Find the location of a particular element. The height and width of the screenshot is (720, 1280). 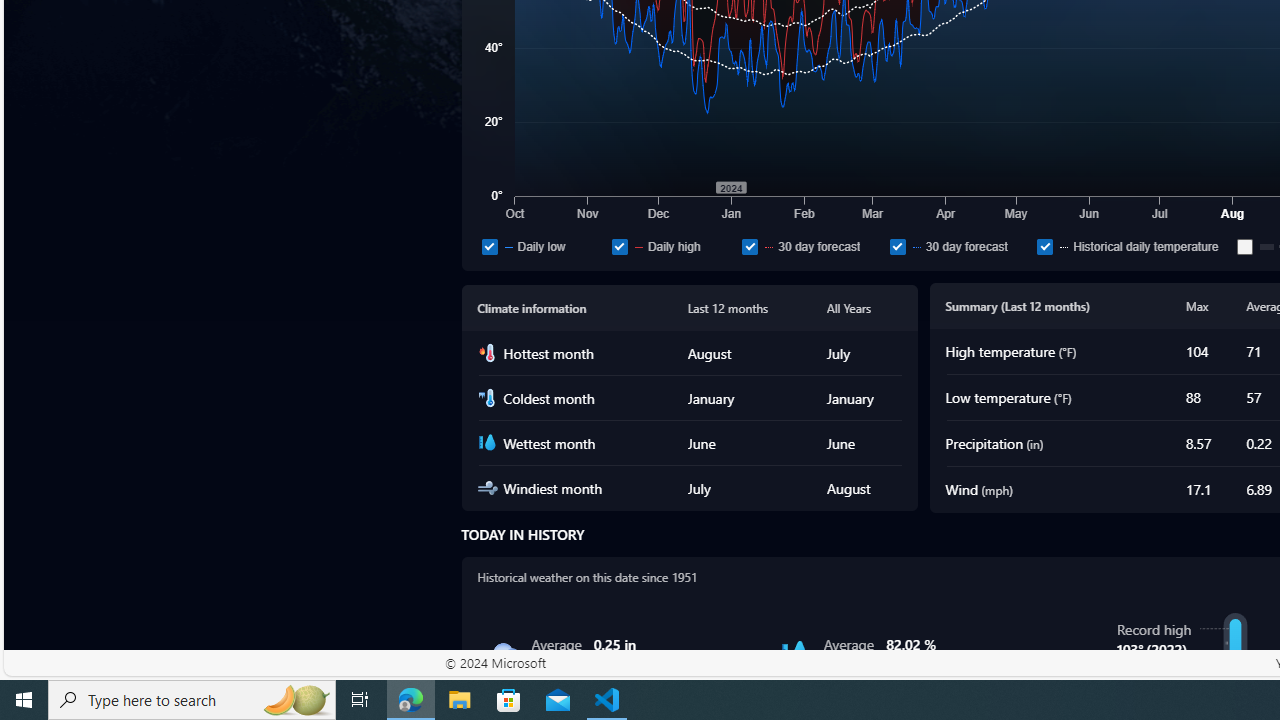

'Daily low' is located at coordinates (489, 245).